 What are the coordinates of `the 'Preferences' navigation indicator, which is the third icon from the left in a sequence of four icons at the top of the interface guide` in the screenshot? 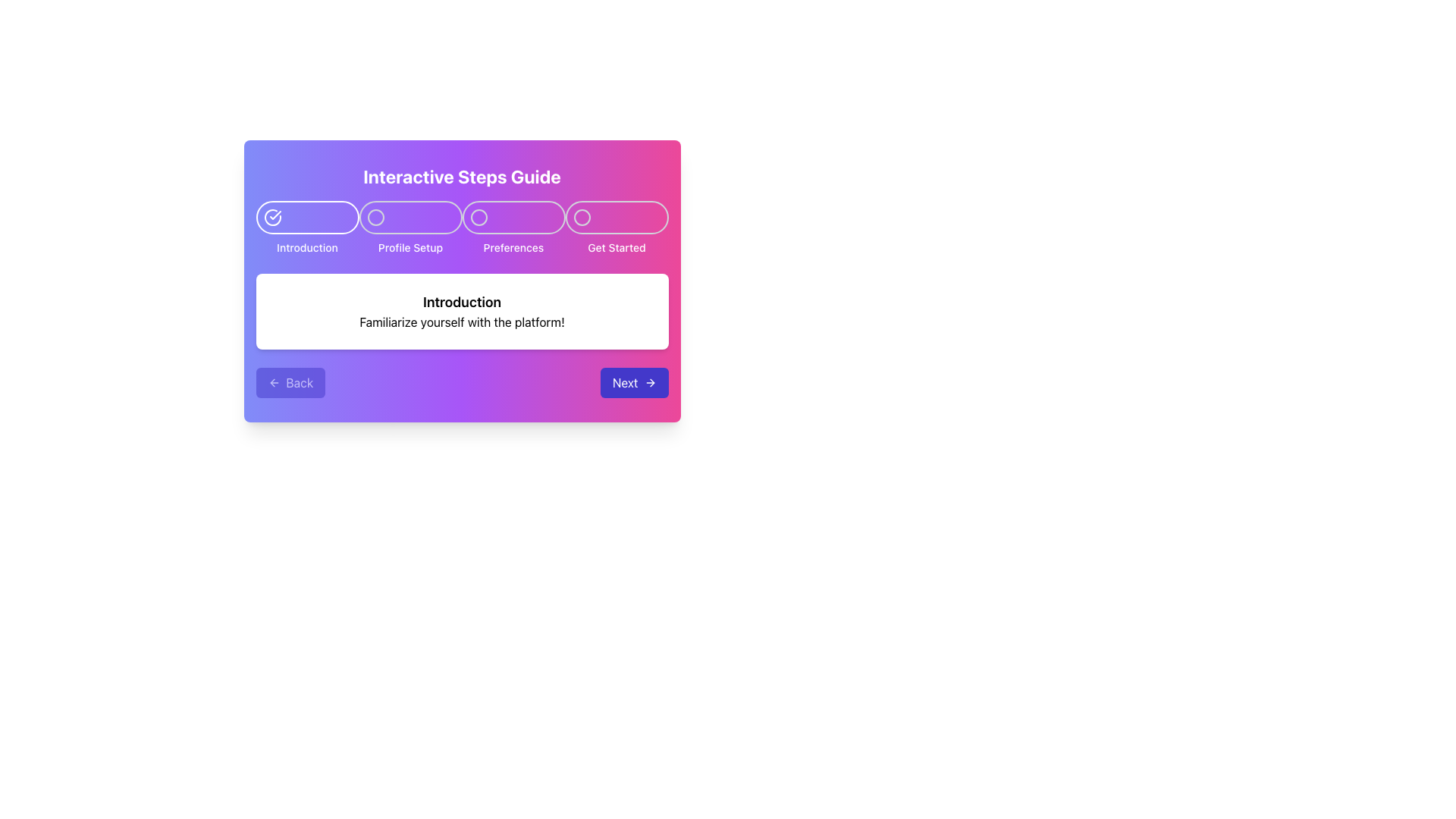 It's located at (478, 217).